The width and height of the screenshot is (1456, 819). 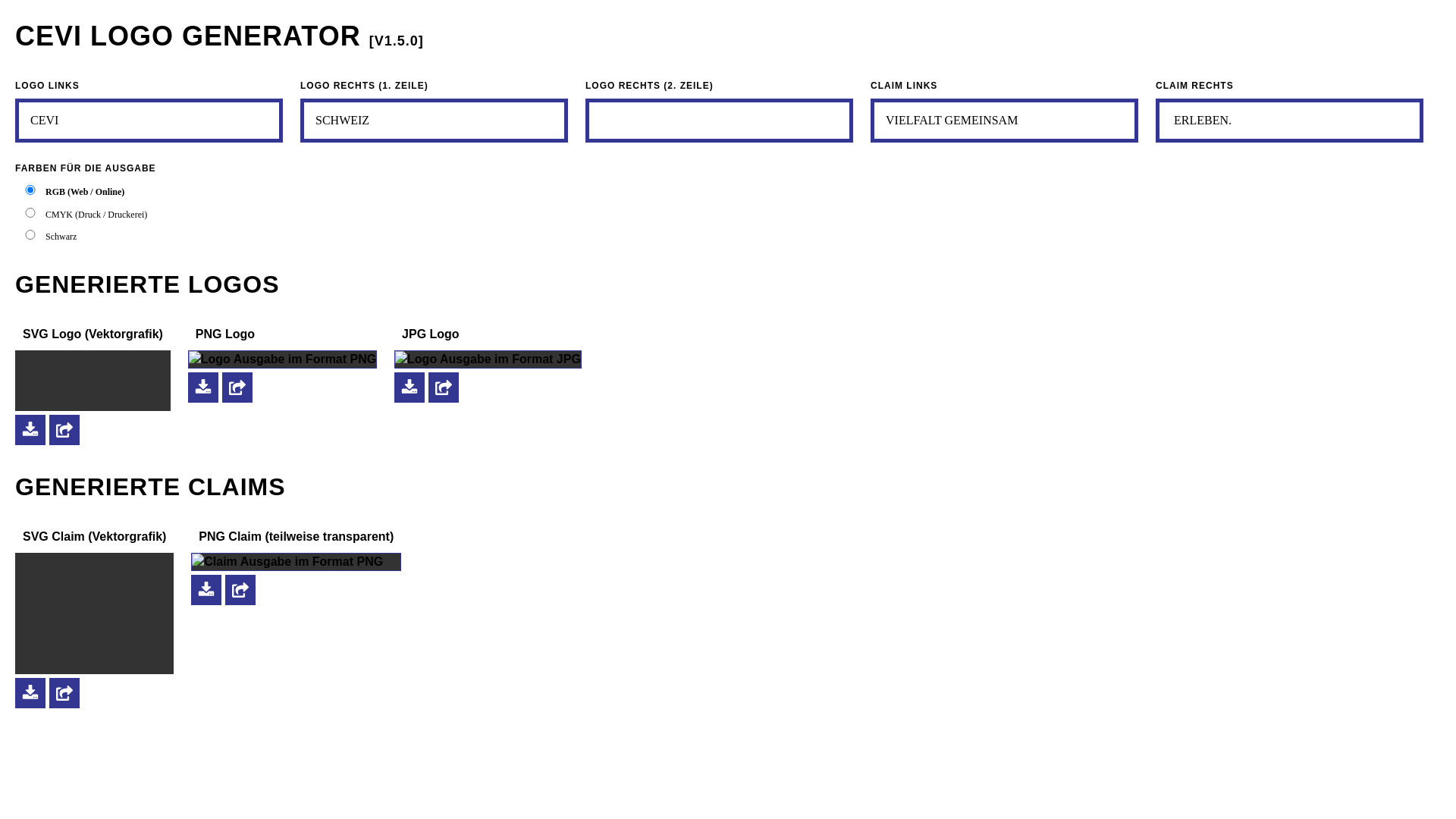 I want to click on 'Download PNG Claim', so click(x=190, y=589).